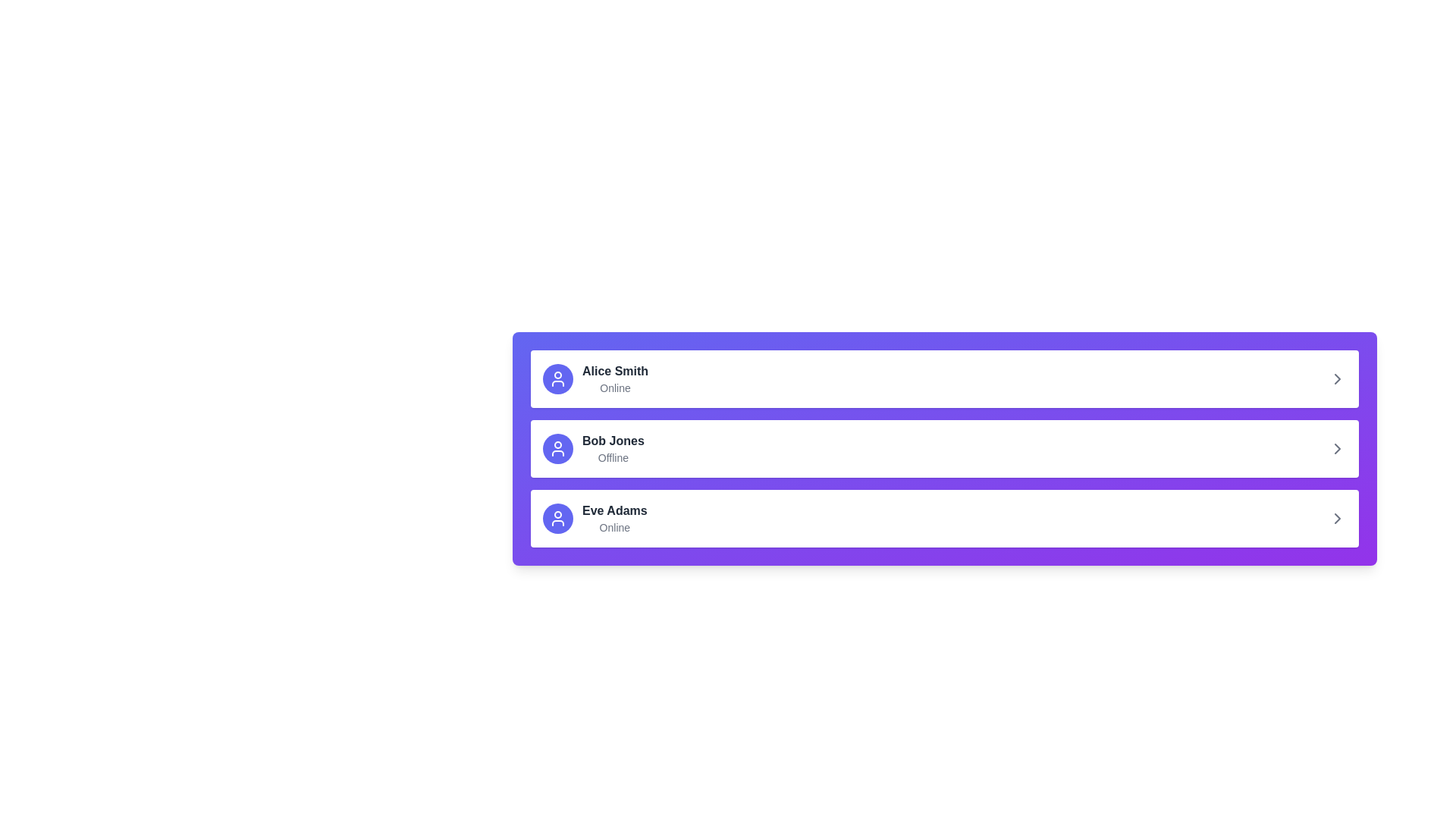  Describe the element at coordinates (1337, 378) in the screenshot. I see `the right-facing chevron icon styled in light gray, located at the far right end of the row containing 'Alice Smith' and 'Online'` at that location.